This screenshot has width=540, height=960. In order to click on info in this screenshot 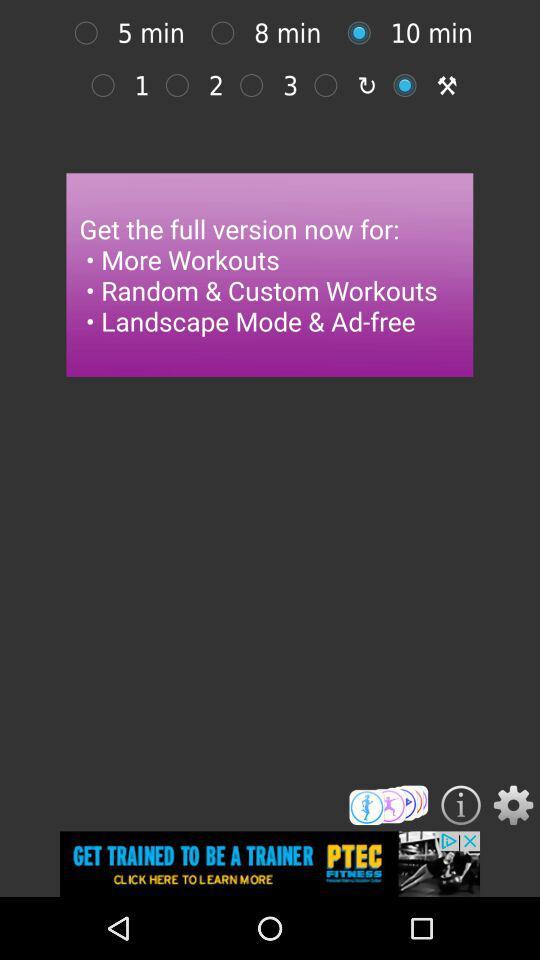, I will do `click(461, 805)`.